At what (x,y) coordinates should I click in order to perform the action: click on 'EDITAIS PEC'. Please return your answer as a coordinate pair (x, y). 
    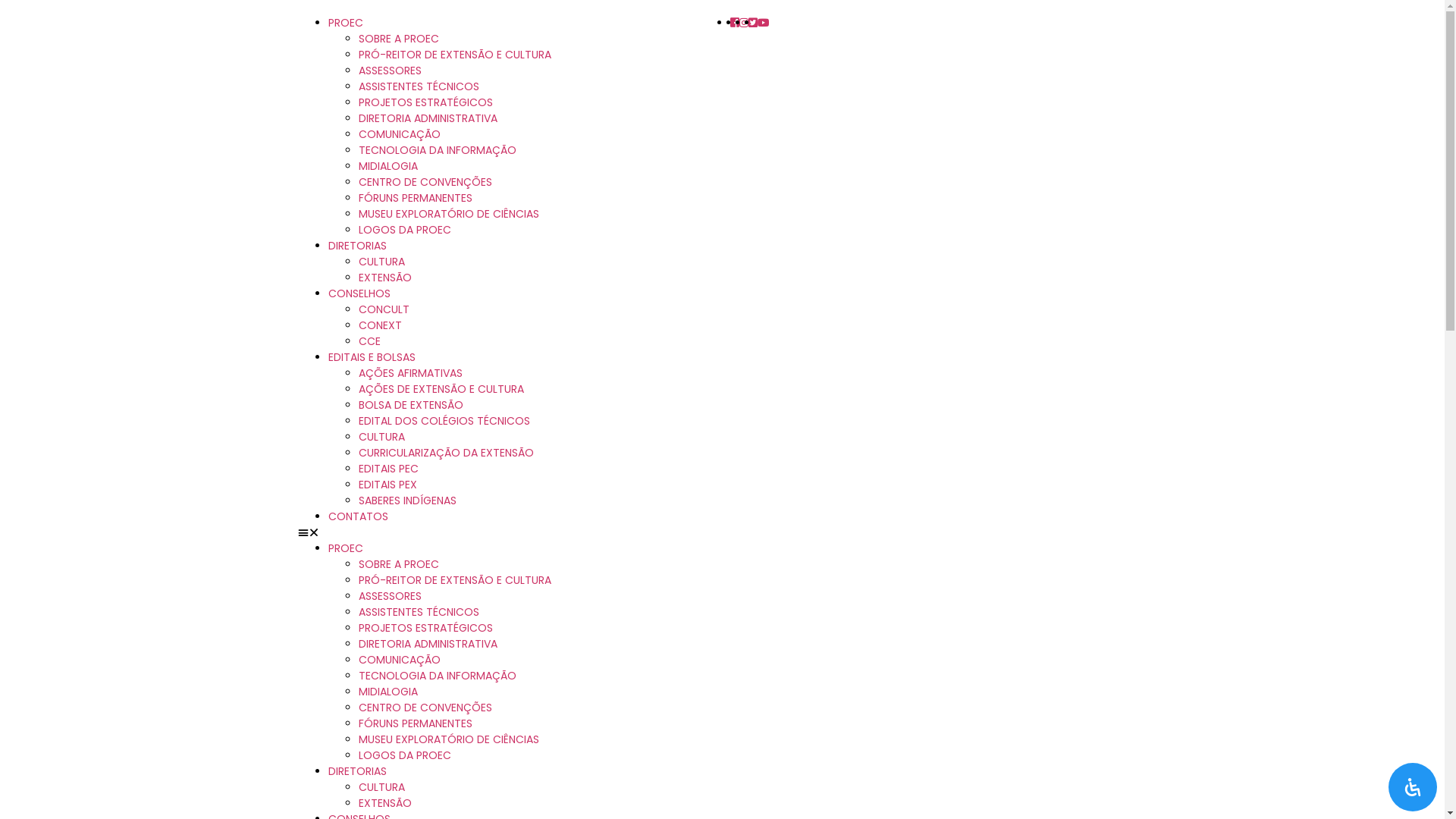
    Looking at the image, I should click on (388, 467).